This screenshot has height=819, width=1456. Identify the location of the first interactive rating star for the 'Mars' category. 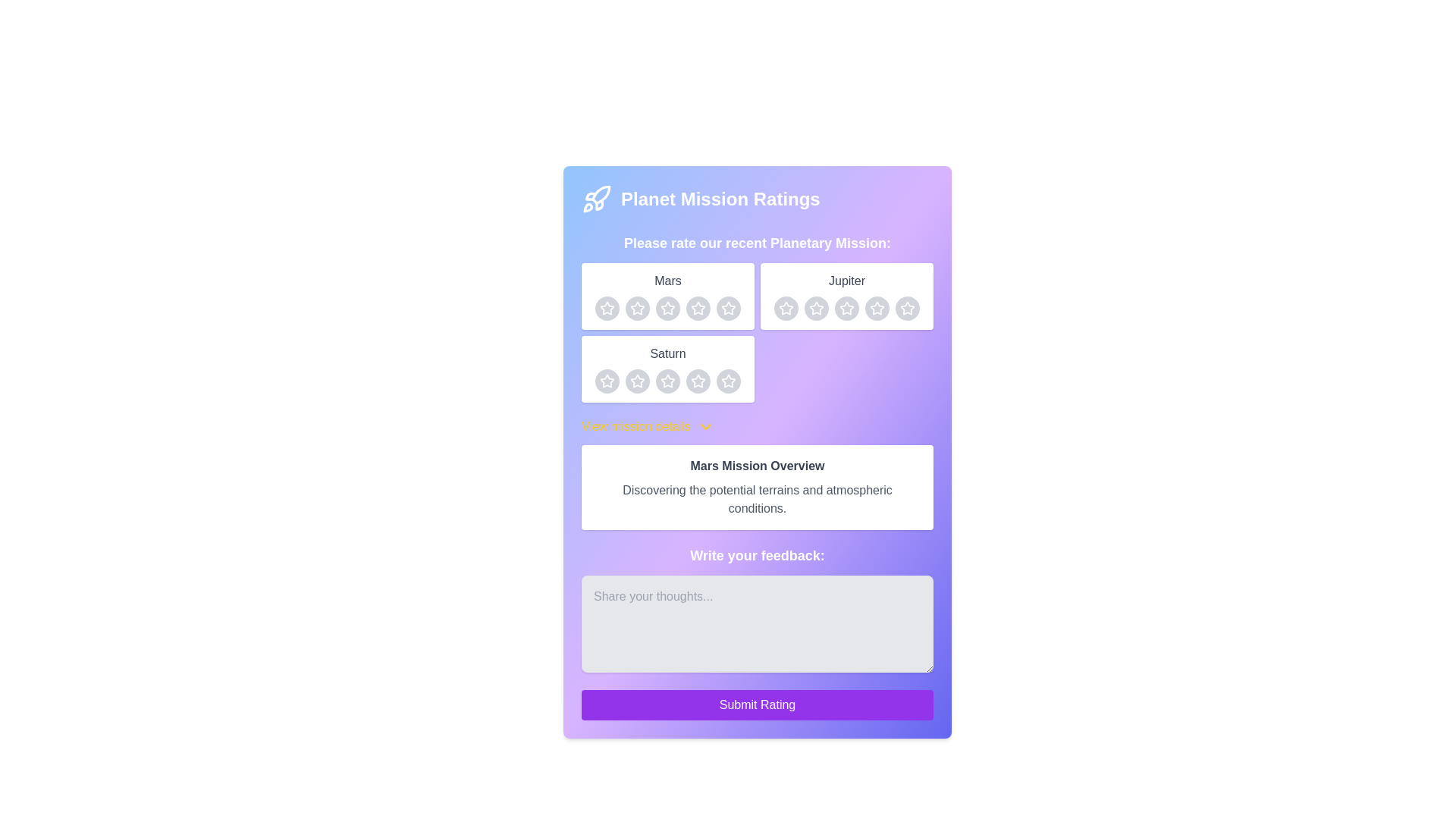
(637, 308).